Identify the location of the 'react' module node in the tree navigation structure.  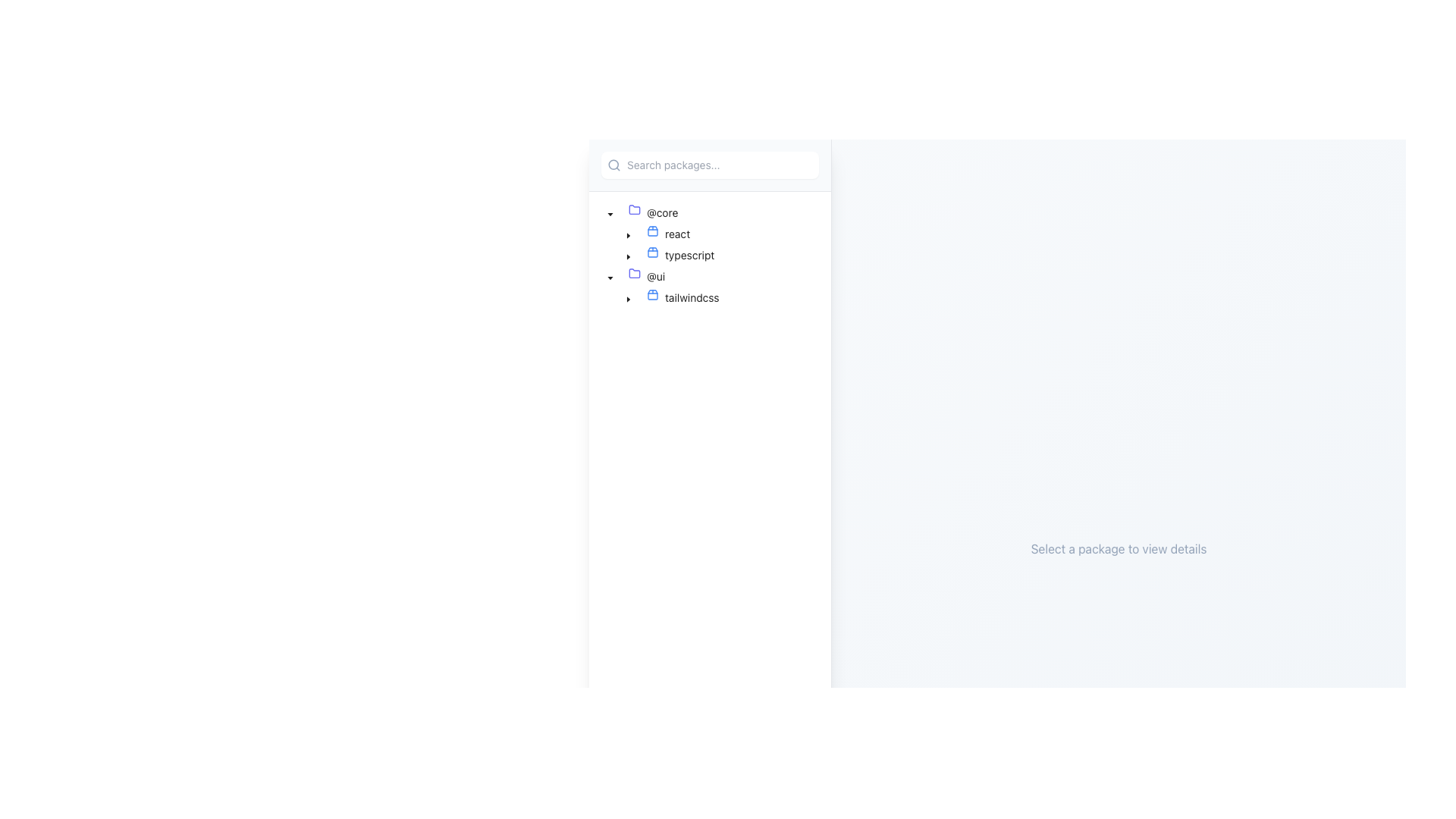
(667, 234).